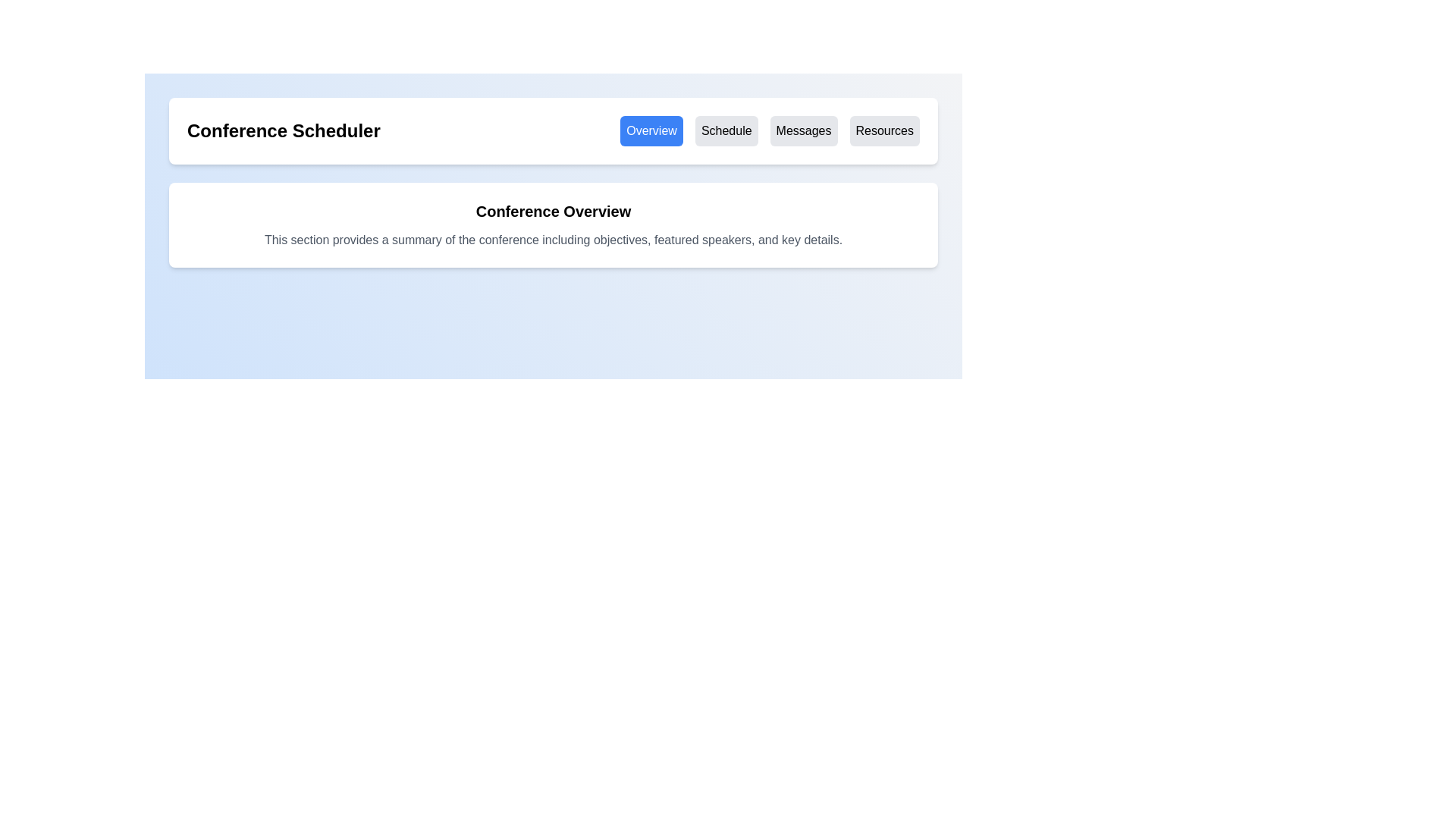 The image size is (1456, 819). Describe the element at coordinates (884, 130) in the screenshot. I see `the 'Resources' button located in the top-right section of the interface, below the header 'Conference Scheduler'` at that location.